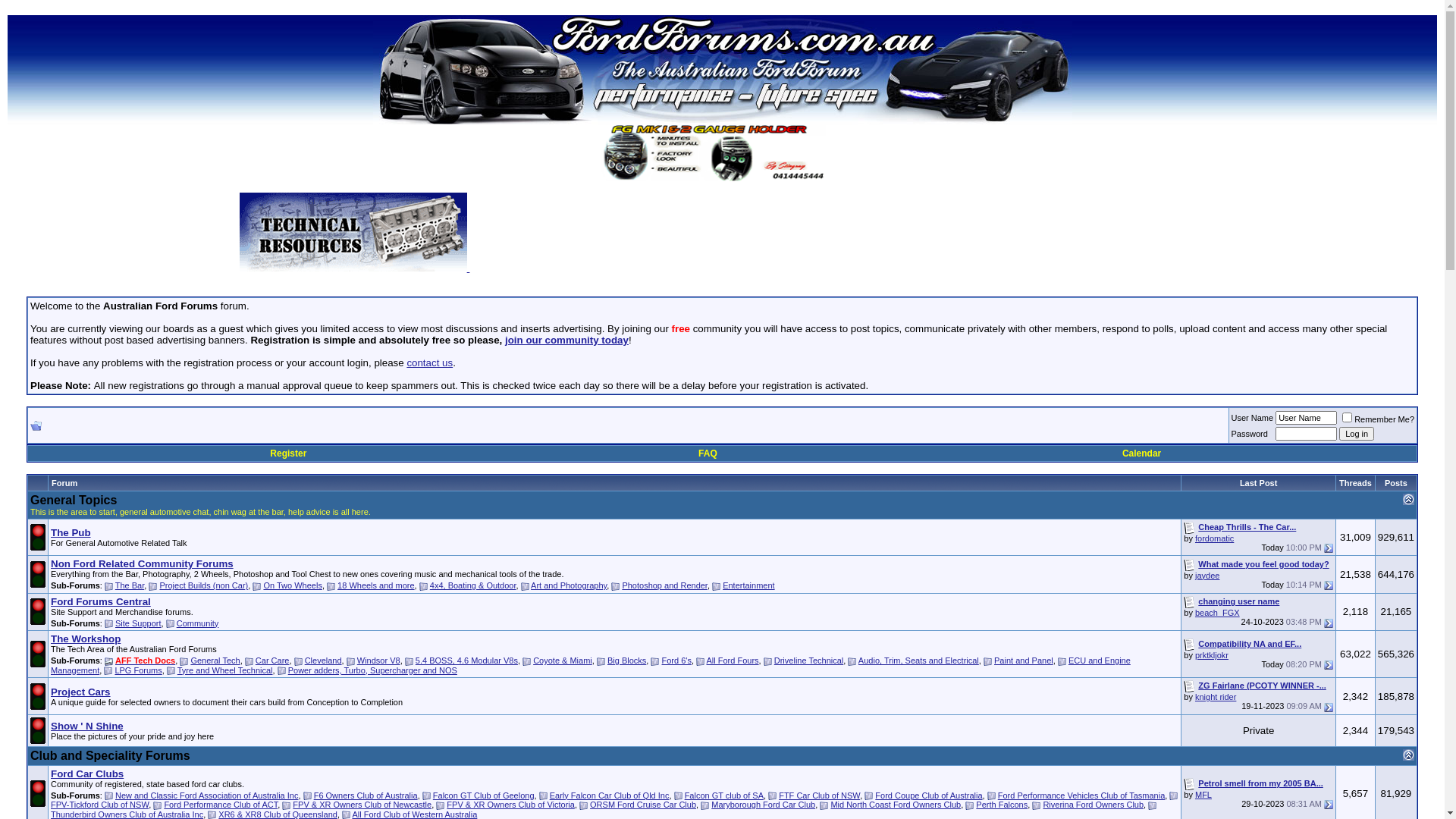 The width and height of the screenshot is (1456, 819). I want to click on 'FAQ', so click(707, 452).